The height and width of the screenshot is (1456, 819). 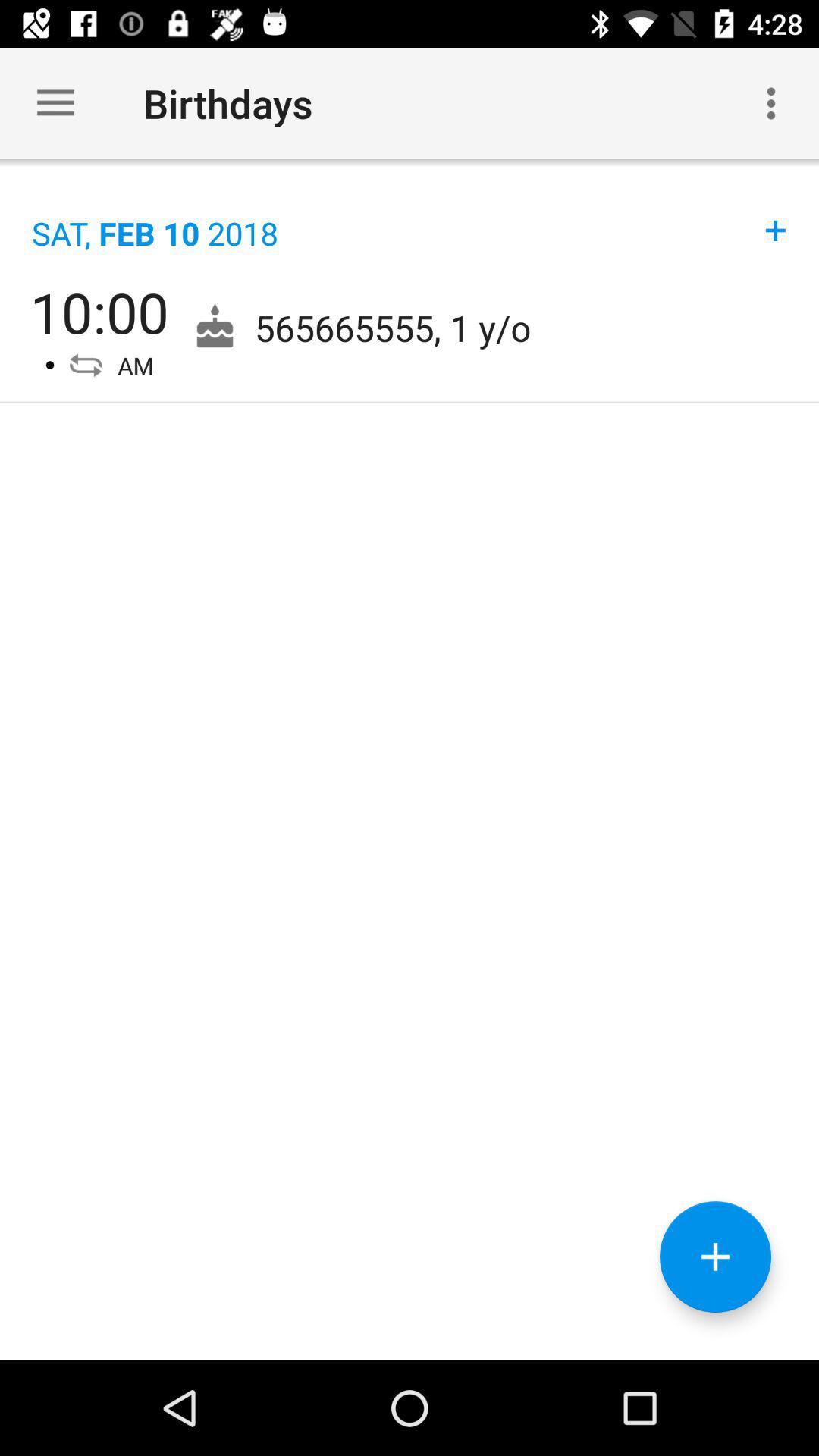 I want to click on icon to the right of sat feb 10, so click(x=775, y=214).